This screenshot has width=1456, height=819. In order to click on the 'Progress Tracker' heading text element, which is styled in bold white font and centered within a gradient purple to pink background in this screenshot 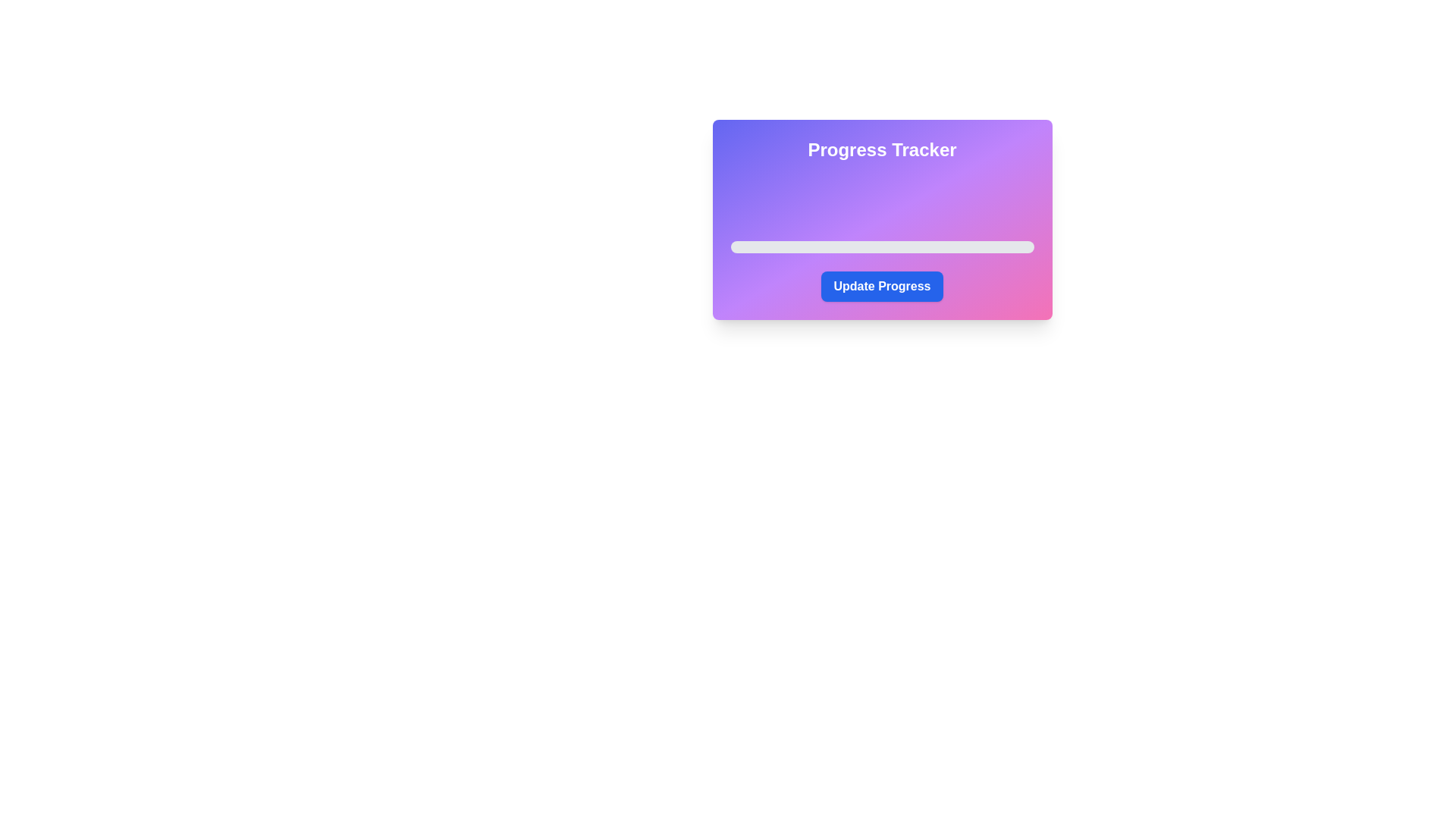, I will do `click(882, 149)`.